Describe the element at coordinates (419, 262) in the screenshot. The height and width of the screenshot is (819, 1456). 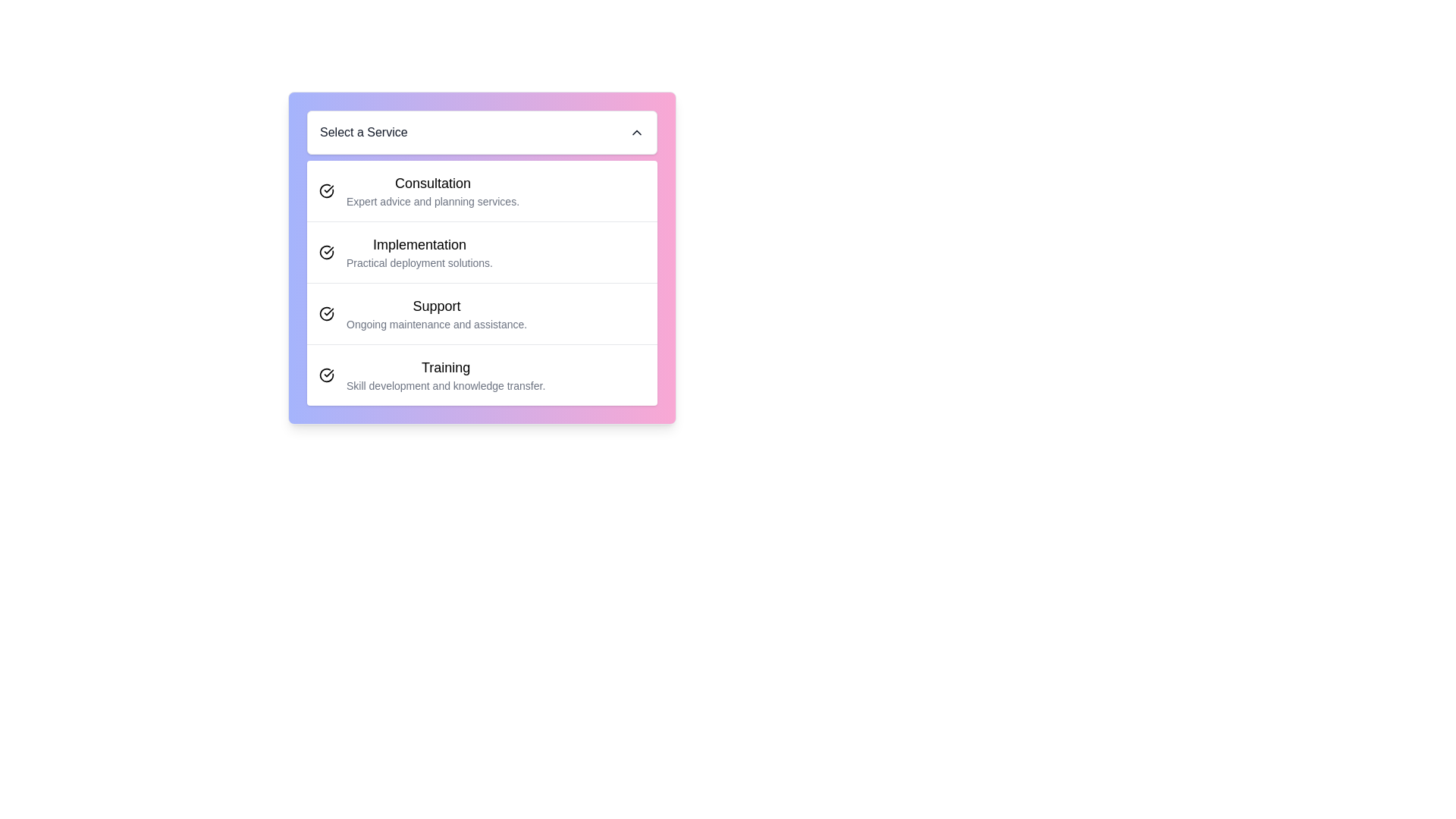
I see `text content of the Text label located in the second entry of the vertical list under the heading 'Implementation', positioned centrally between 'Consultation' and 'Support'` at that location.